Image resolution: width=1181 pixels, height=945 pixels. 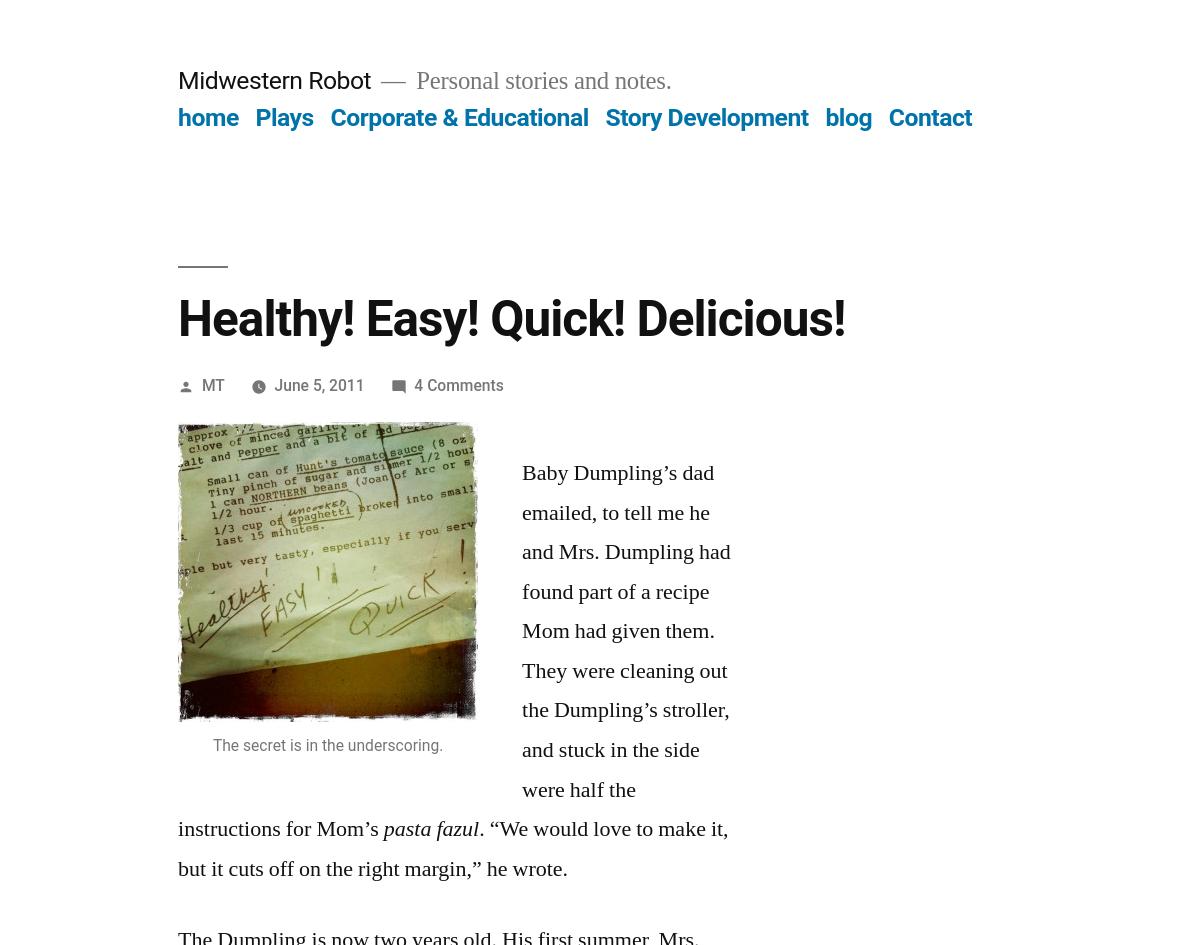 I want to click on 'June 5, 2011', so click(x=317, y=383).